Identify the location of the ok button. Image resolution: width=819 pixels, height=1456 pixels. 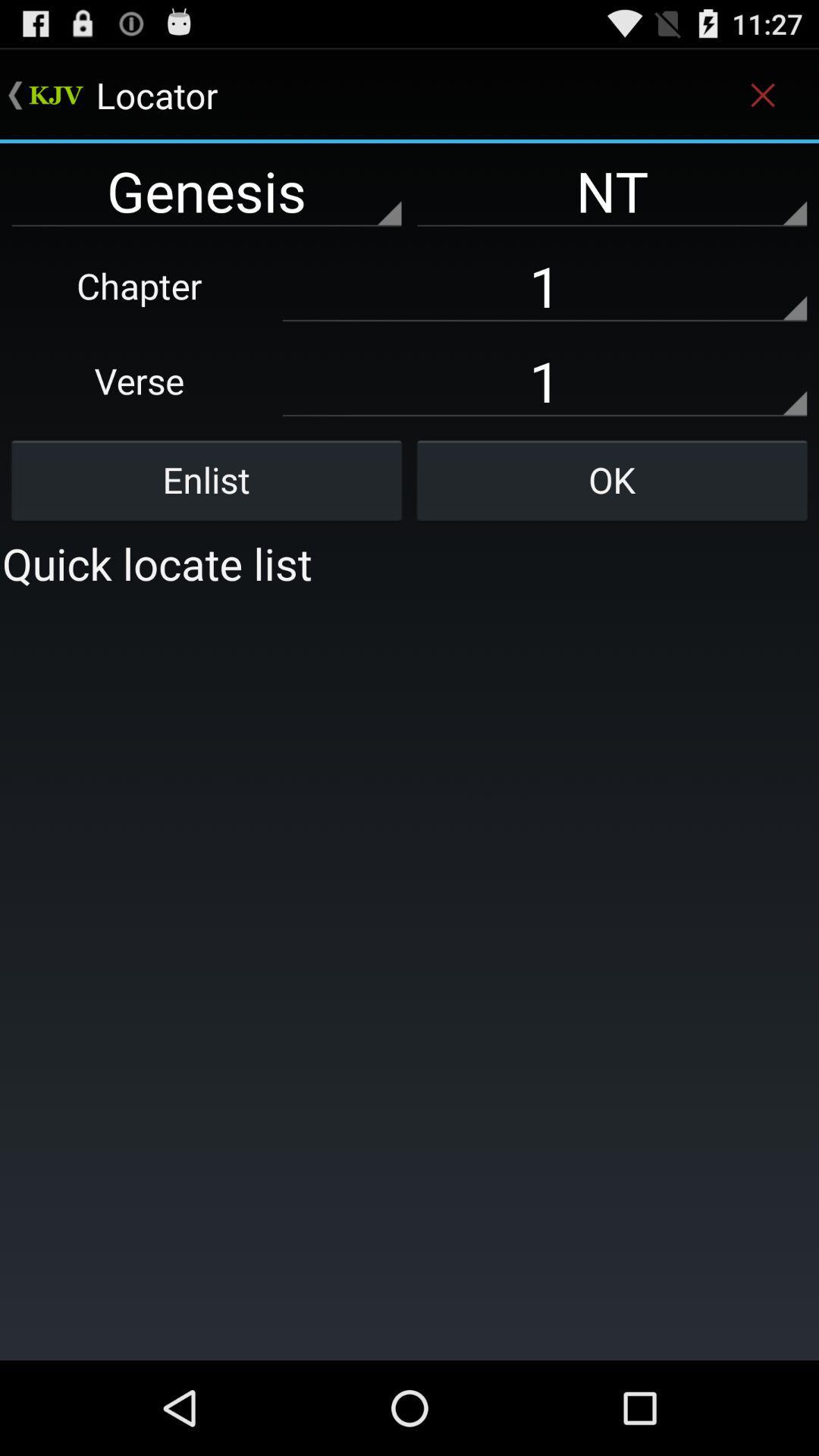
(611, 479).